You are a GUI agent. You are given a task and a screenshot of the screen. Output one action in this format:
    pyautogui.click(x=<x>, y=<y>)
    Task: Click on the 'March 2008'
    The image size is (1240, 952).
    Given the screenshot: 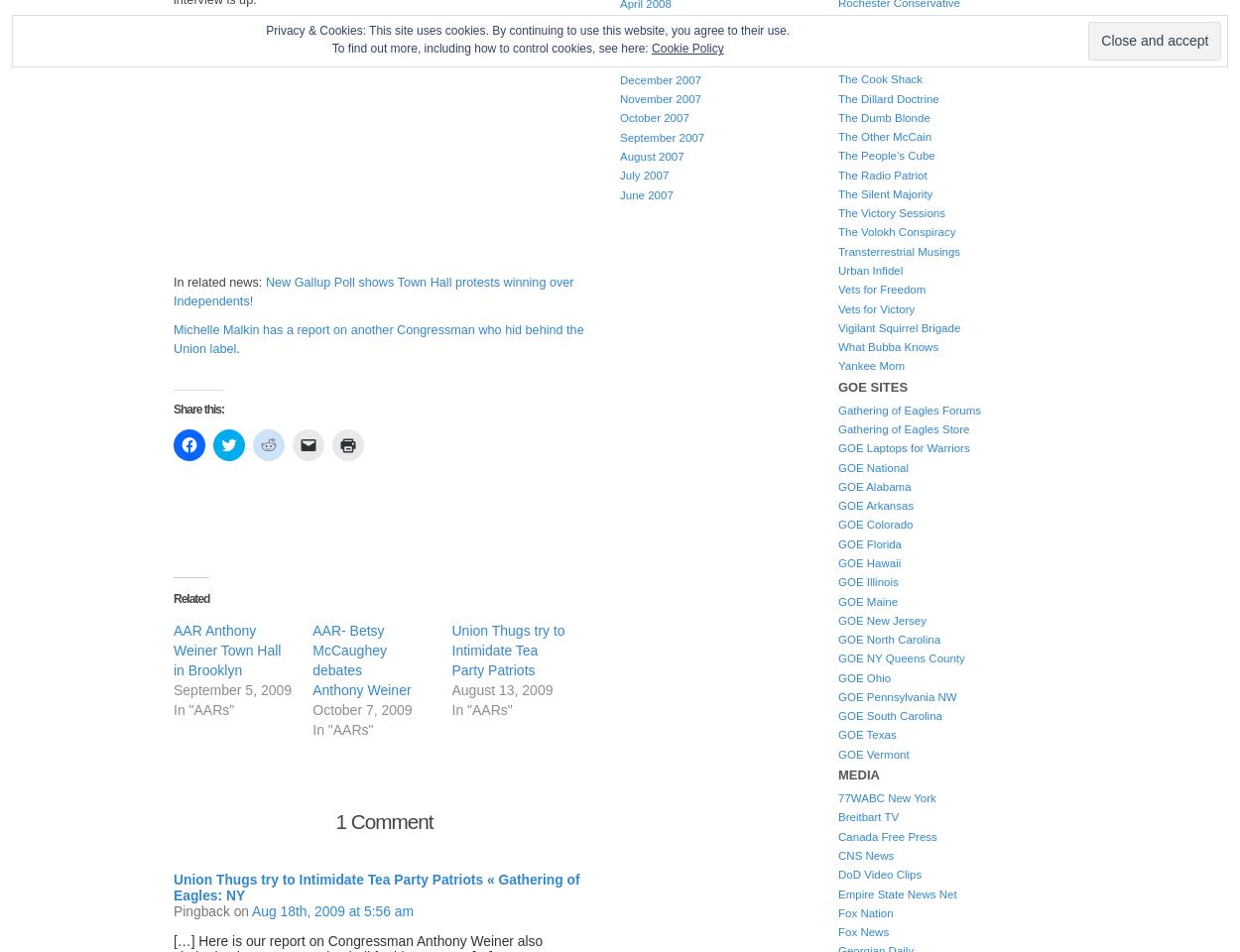 What is the action you would take?
    pyautogui.click(x=620, y=22)
    